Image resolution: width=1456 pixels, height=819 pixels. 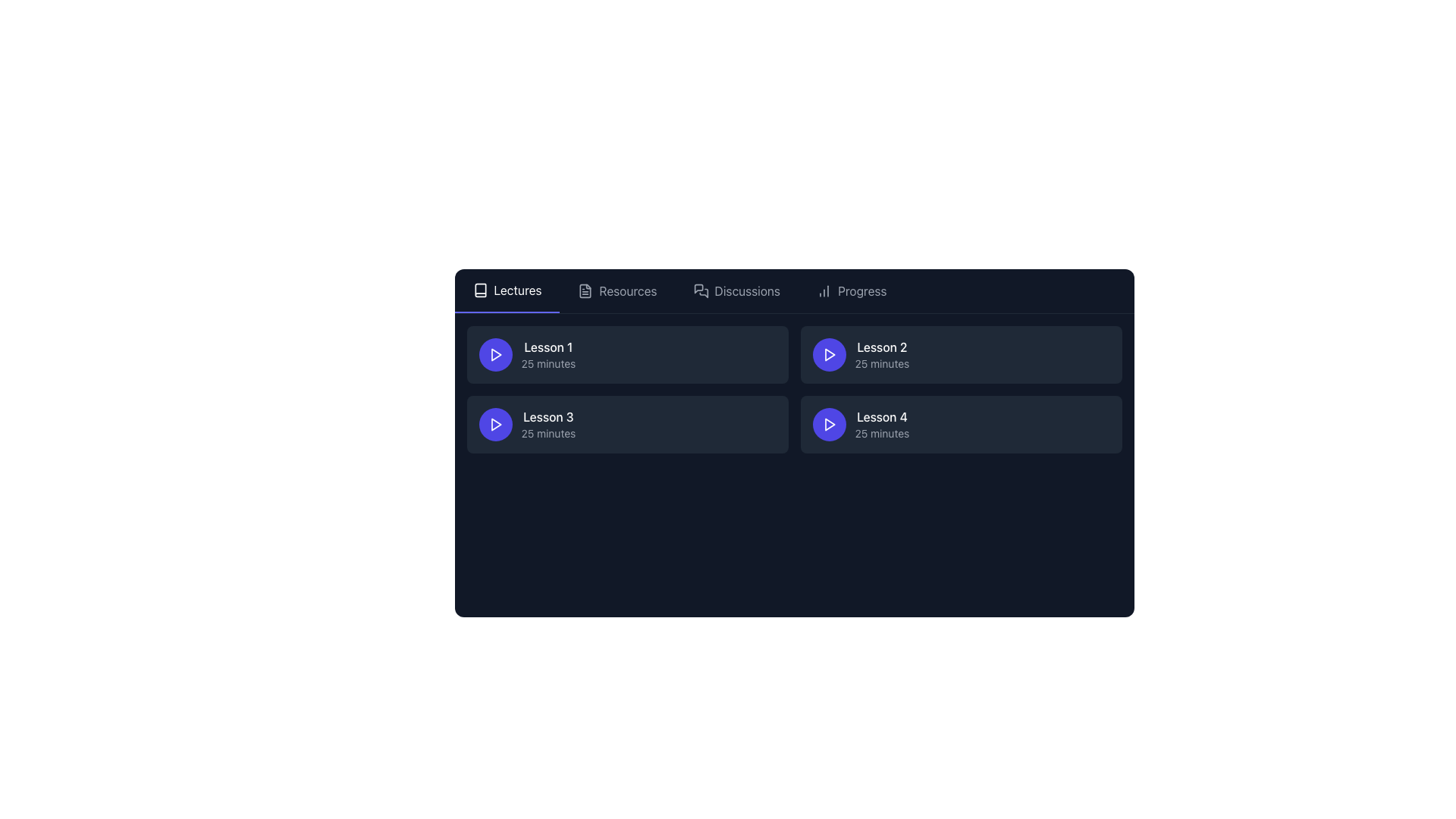 I want to click on the 'Lectures' tab, which is the first tab in a horizontal group, labeled 'Lectures' with a book icon and a blue underline indicating activation, so click(x=507, y=291).